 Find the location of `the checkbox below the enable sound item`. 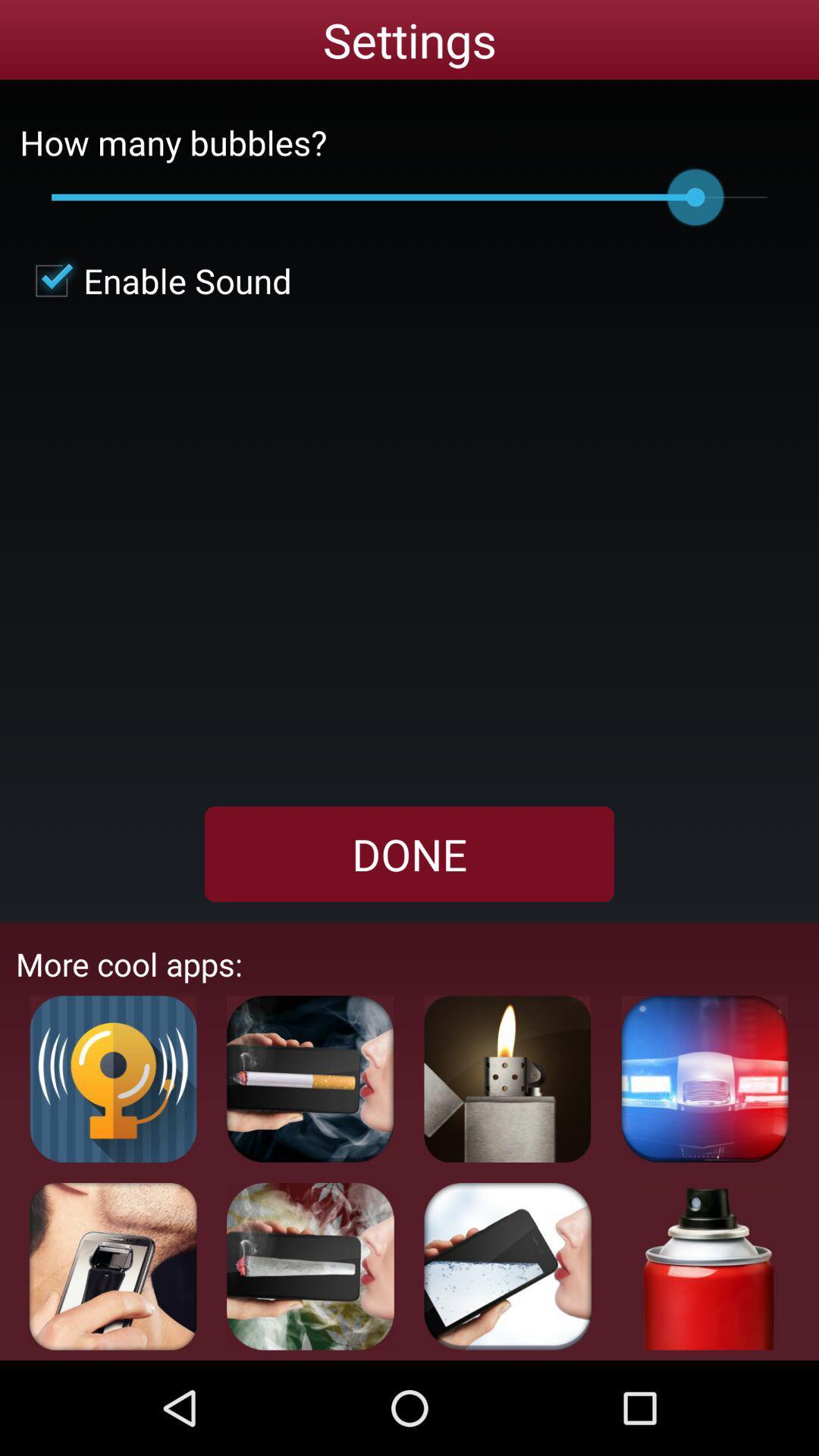

the checkbox below the enable sound item is located at coordinates (409, 854).